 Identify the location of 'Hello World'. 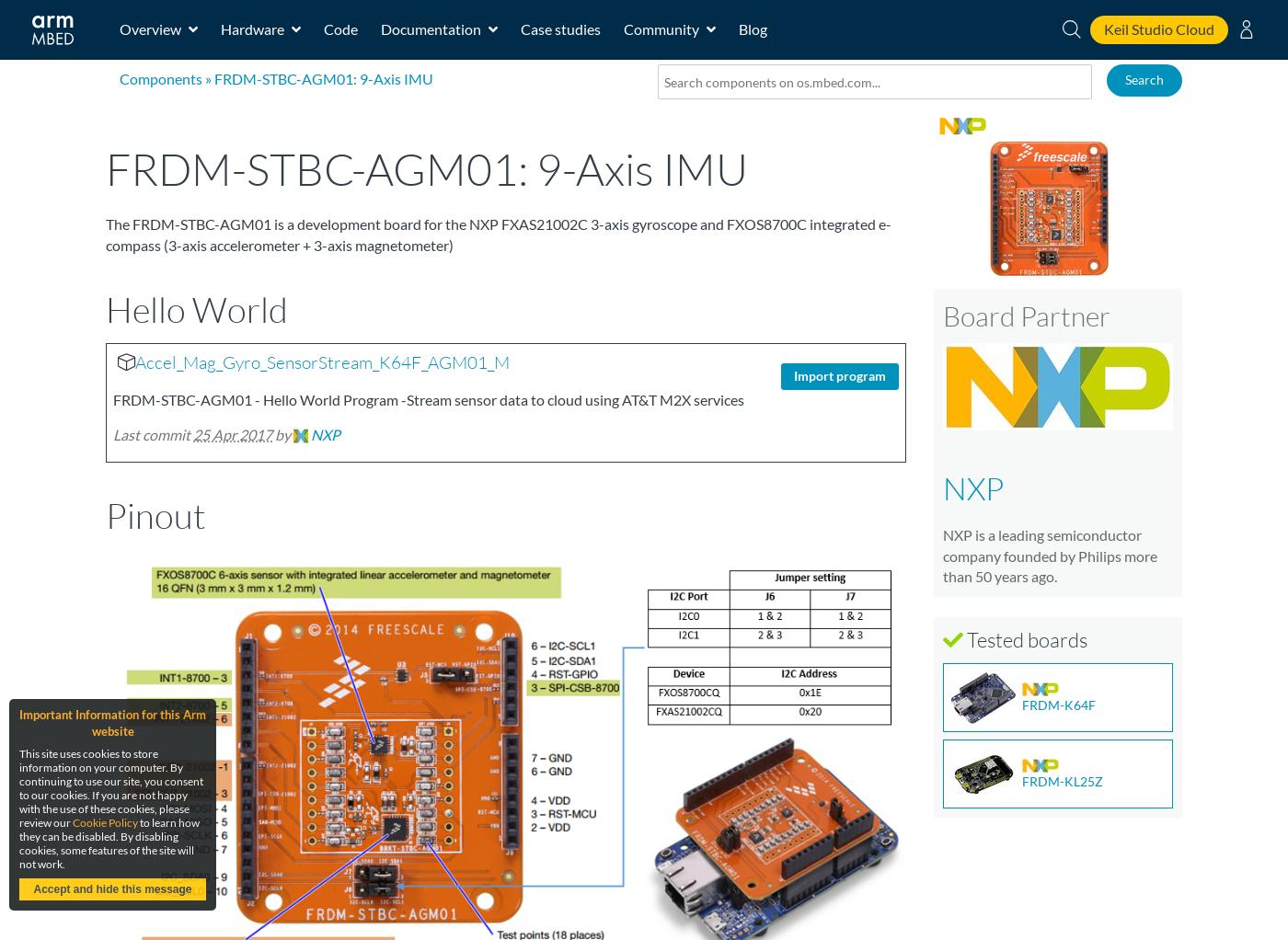
(197, 308).